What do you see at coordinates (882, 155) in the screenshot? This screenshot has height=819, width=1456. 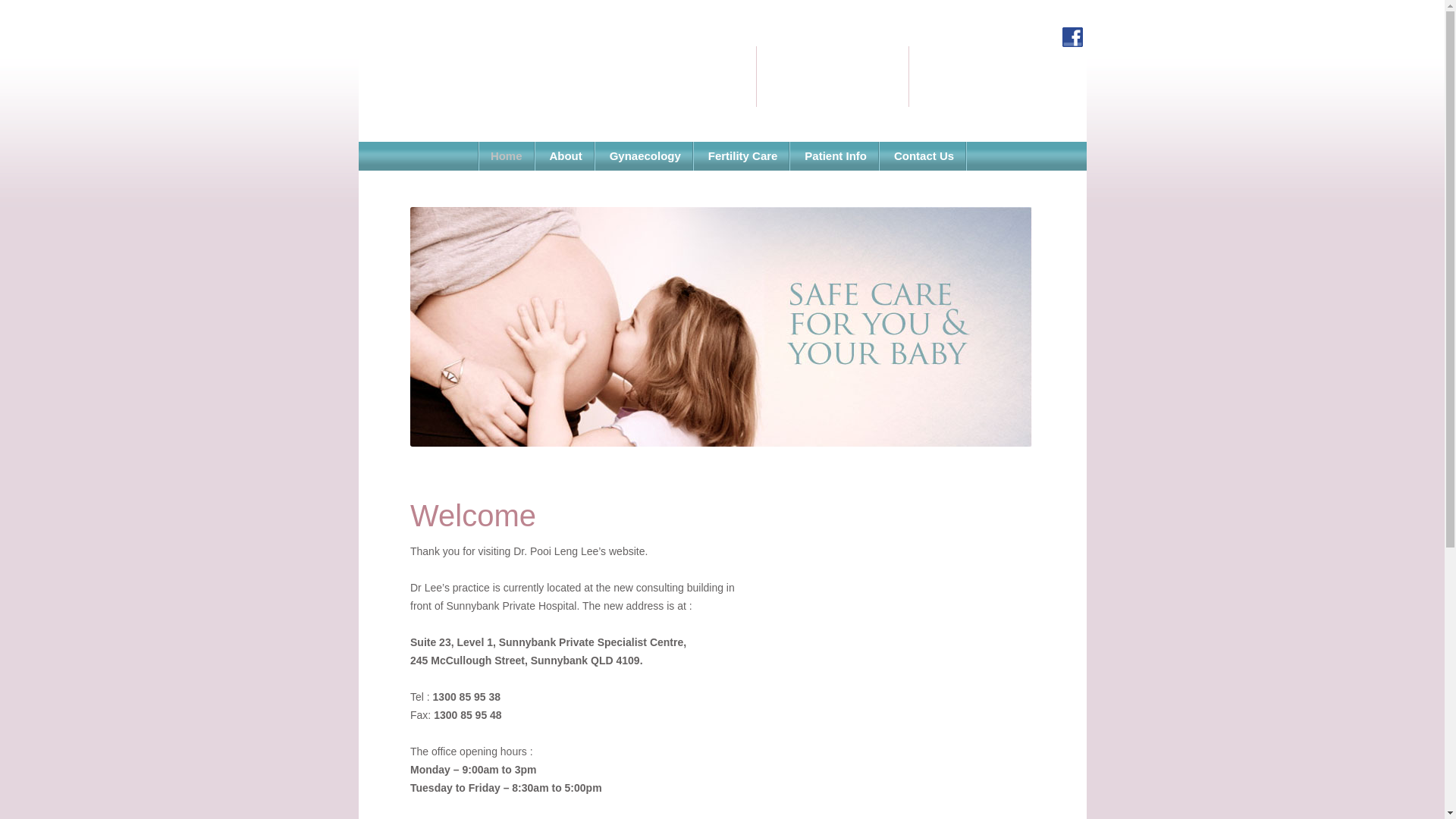 I see `'Contact Us'` at bounding box center [882, 155].